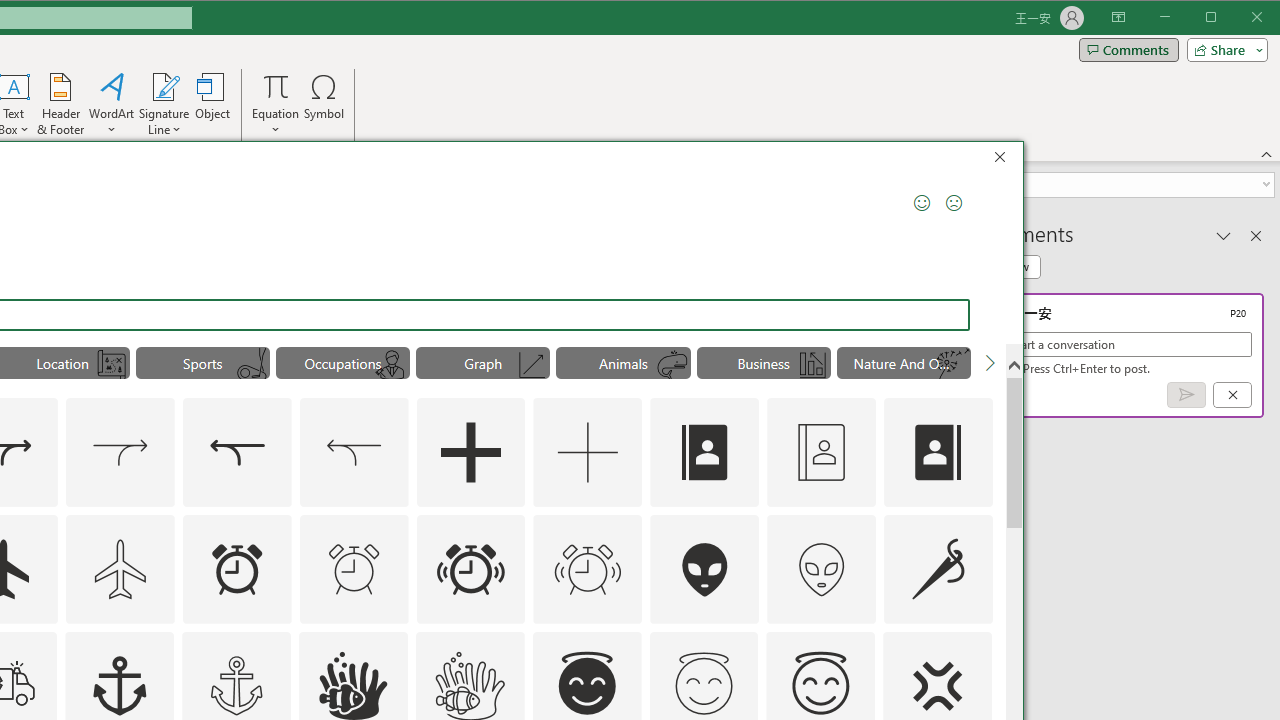 The height and width of the screenshot is (720, 1280). What do you see at coordinates (164, 85) in the screenshot?
I see `'Signature Line'` at bounding box center [164, 85].